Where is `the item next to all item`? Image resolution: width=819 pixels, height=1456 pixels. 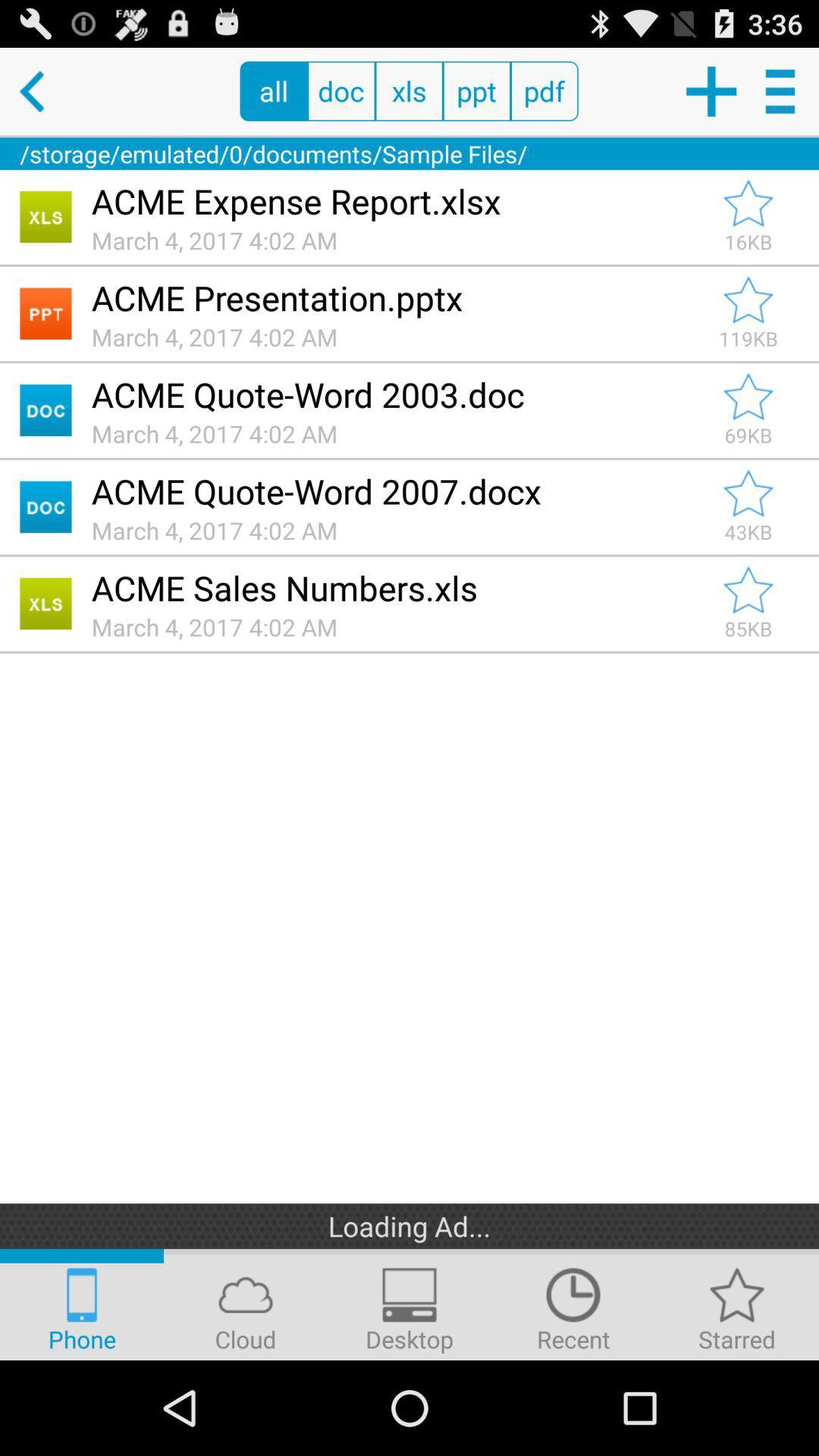
the item next to all item is located at coordinates (42, 90).